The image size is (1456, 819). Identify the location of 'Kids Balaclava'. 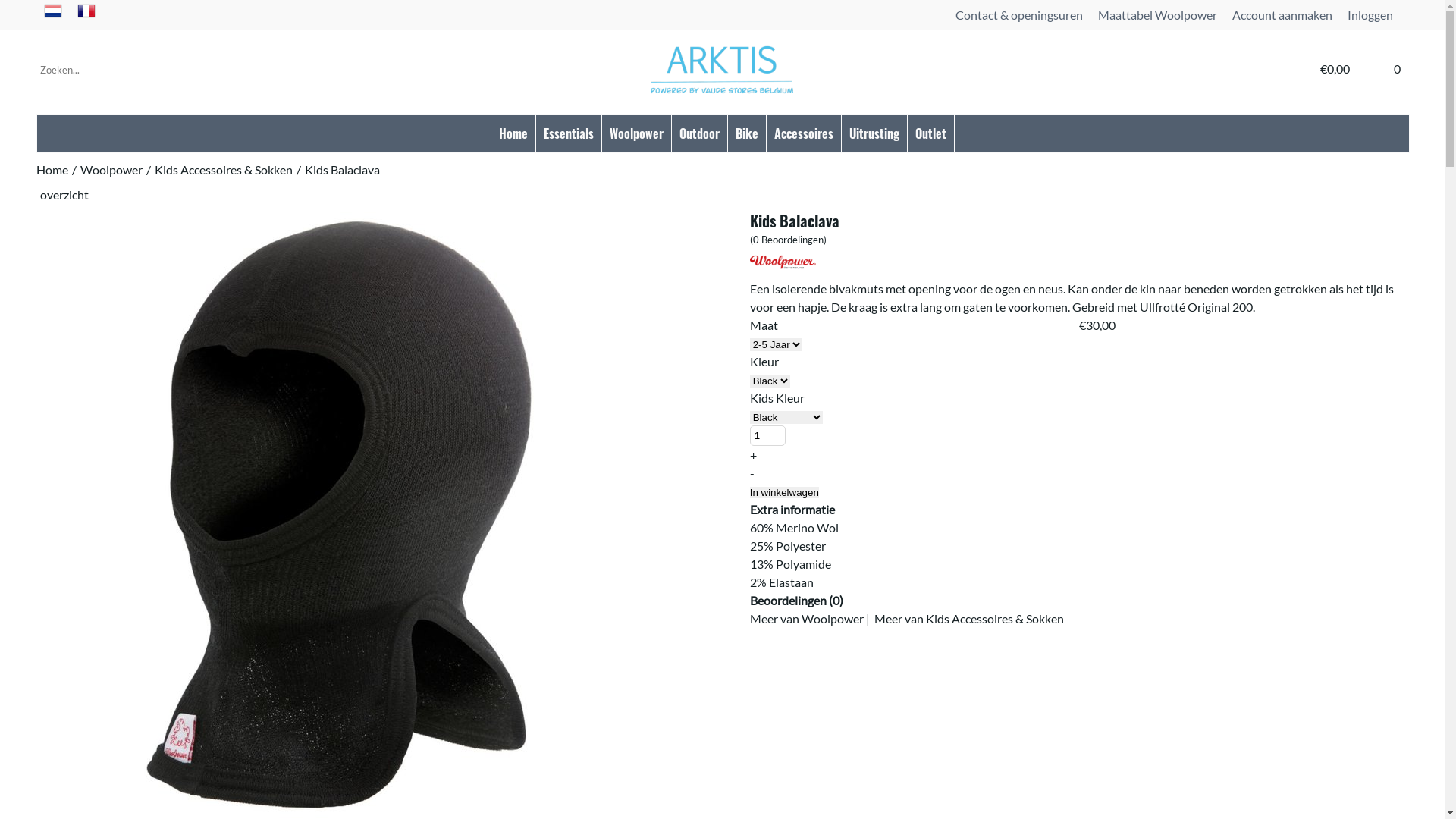
(341, 171).